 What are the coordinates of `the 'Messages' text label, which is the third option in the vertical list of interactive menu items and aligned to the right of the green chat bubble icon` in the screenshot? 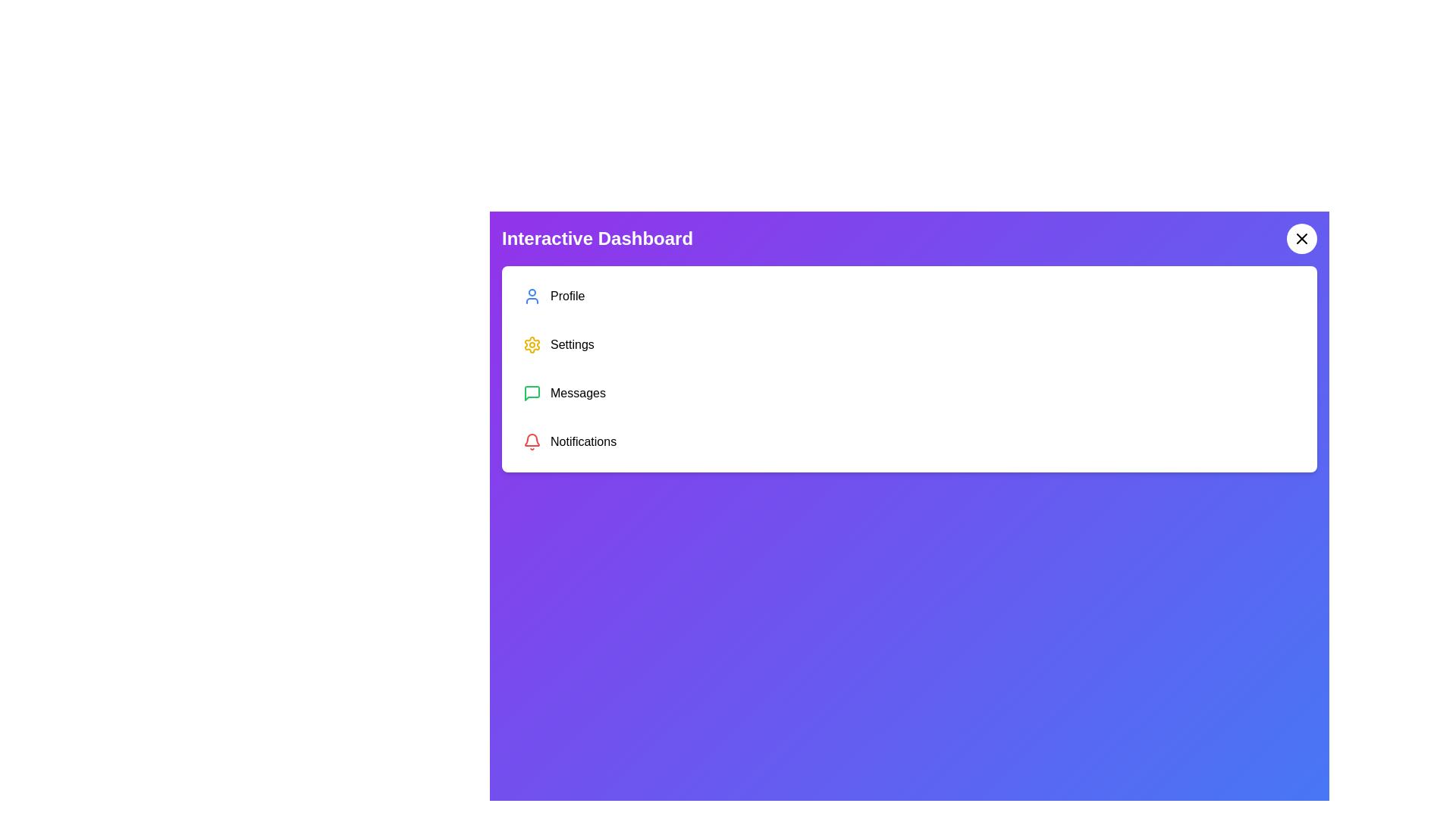 It's located at (577, 393).